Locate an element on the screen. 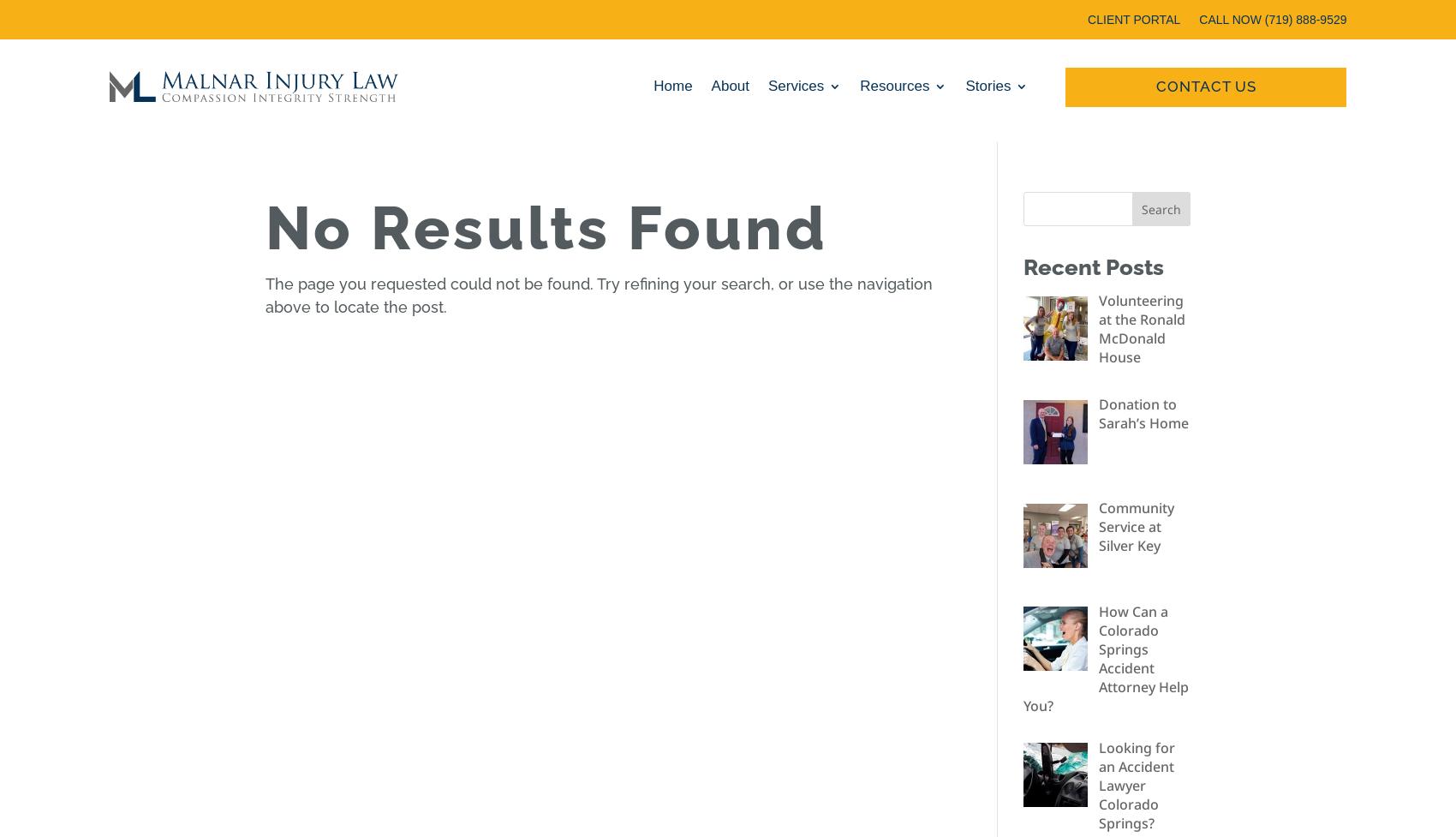 This screenshot has width=1456, height=837. 'Home' is located at coordinates (671, 90).